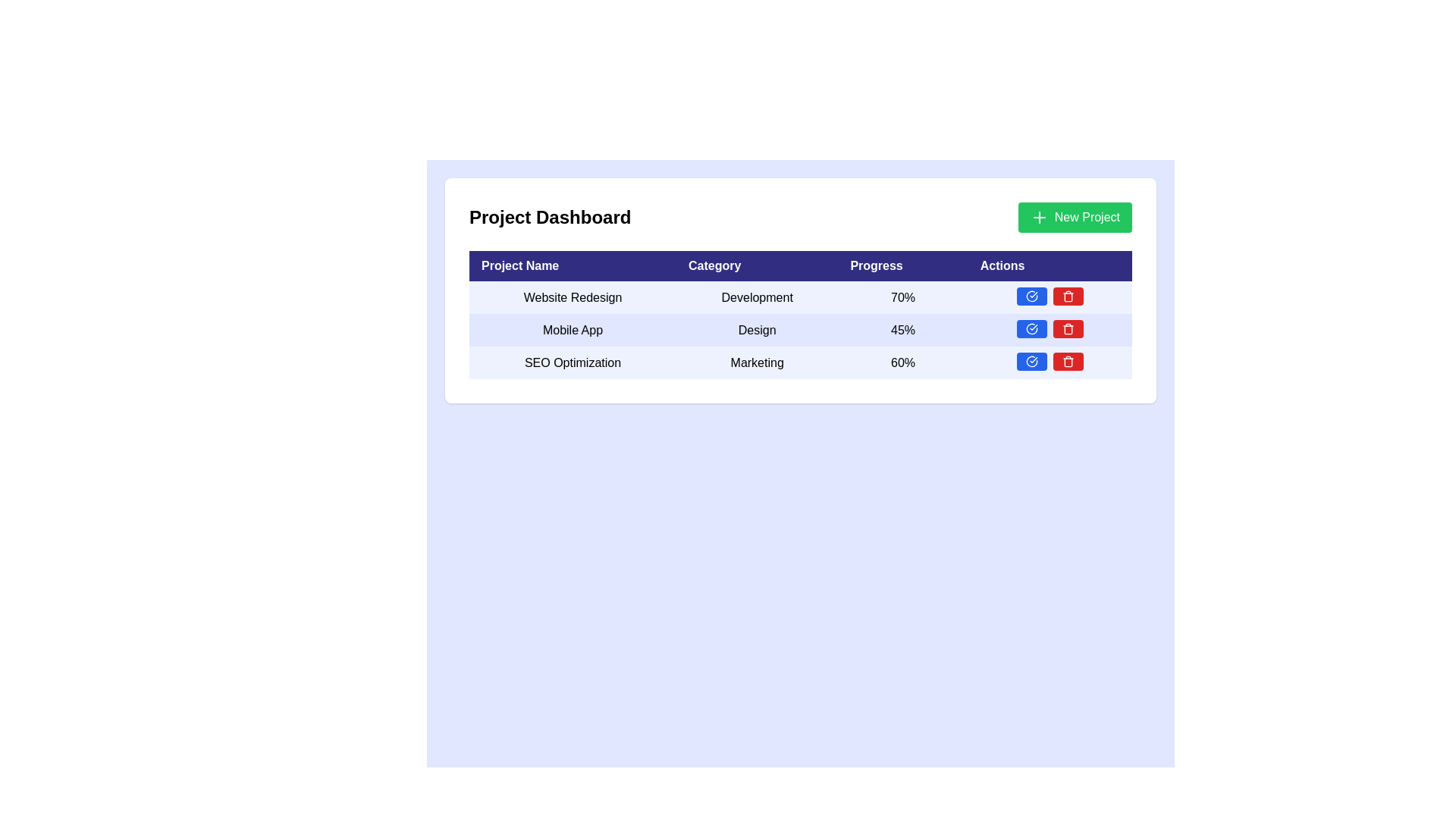 Image resolution: width=1456 pixels, height=819 pixels. I want to click on the text label displaying '70%' in bold black font, located under the 'Progress' header in the row for the 'Website Redesign' project, so click(902, 297).